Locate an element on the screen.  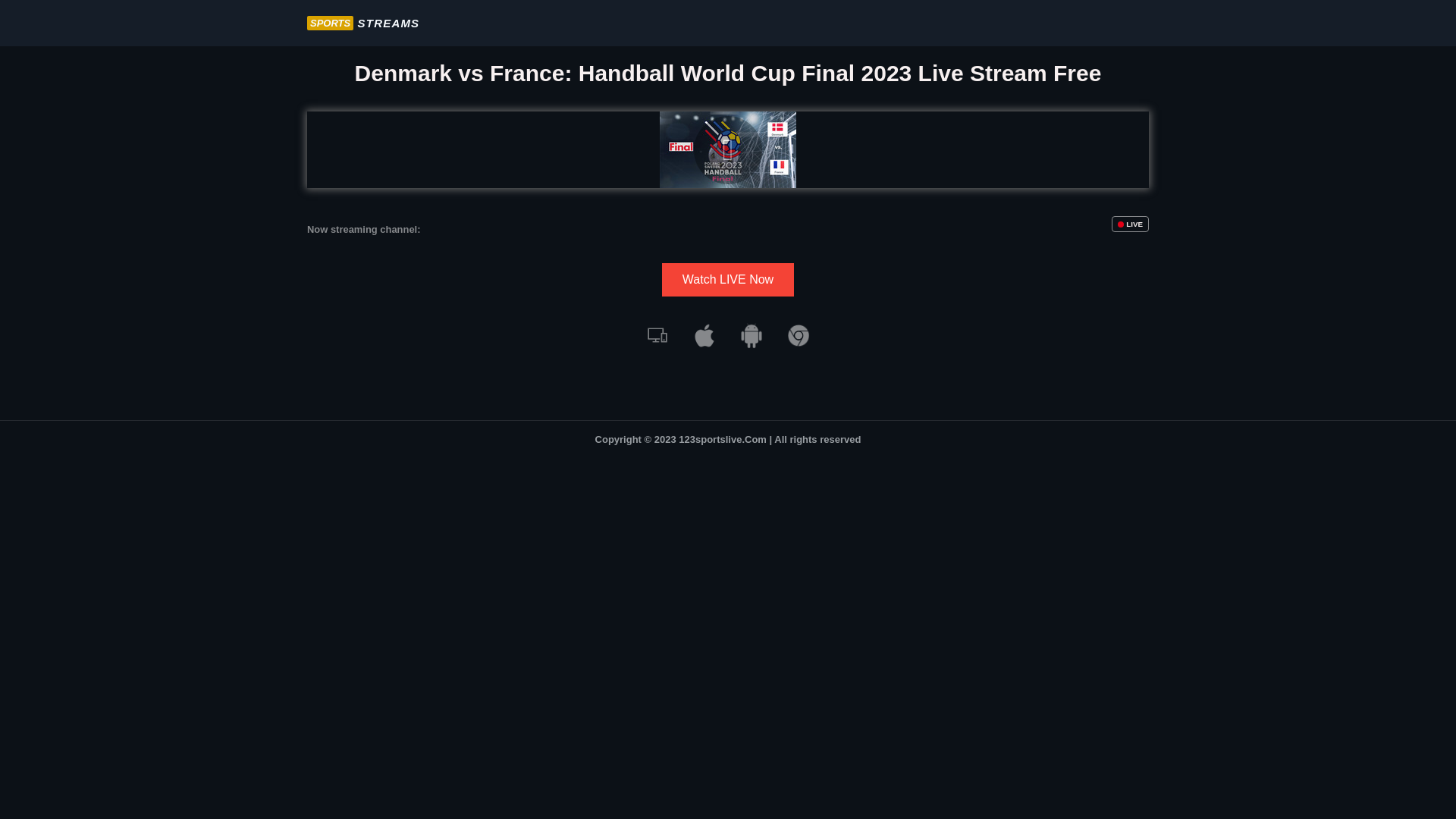
'Watch LIVE Now' is located at coordinates (662, 280).